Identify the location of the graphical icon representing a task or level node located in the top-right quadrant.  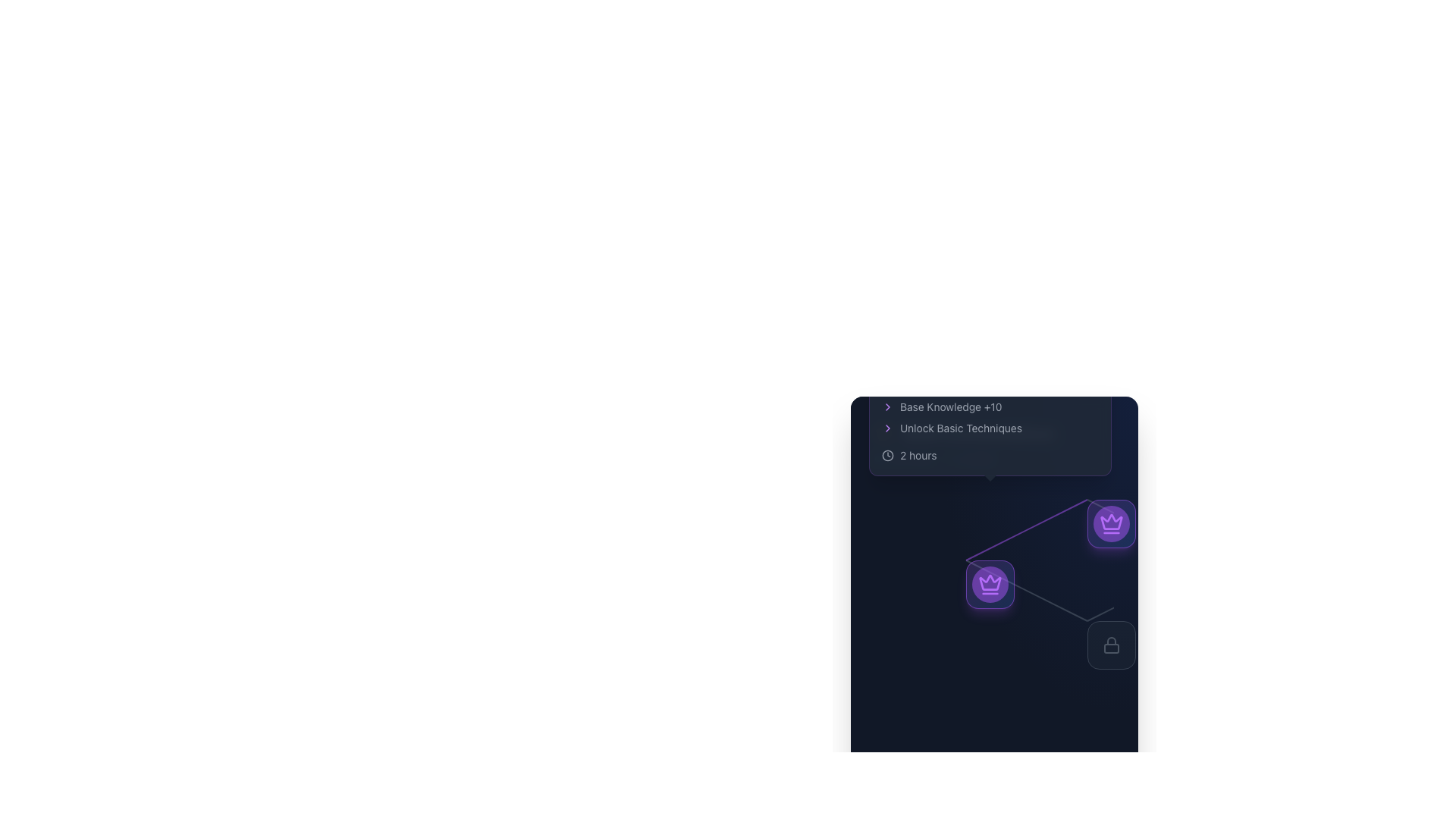
(1111, 522).